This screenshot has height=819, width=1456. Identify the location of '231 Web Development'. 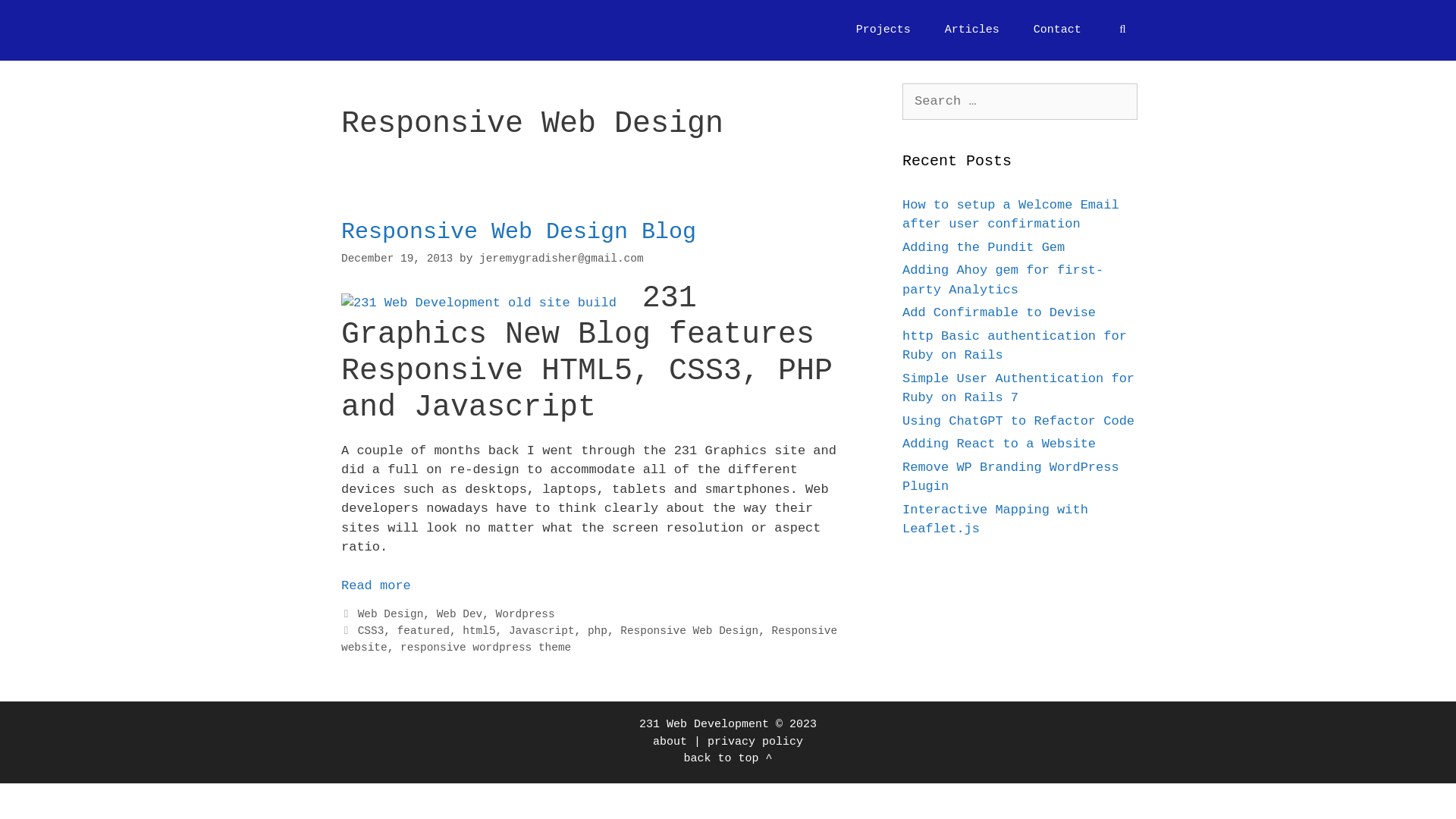
(703, 723).